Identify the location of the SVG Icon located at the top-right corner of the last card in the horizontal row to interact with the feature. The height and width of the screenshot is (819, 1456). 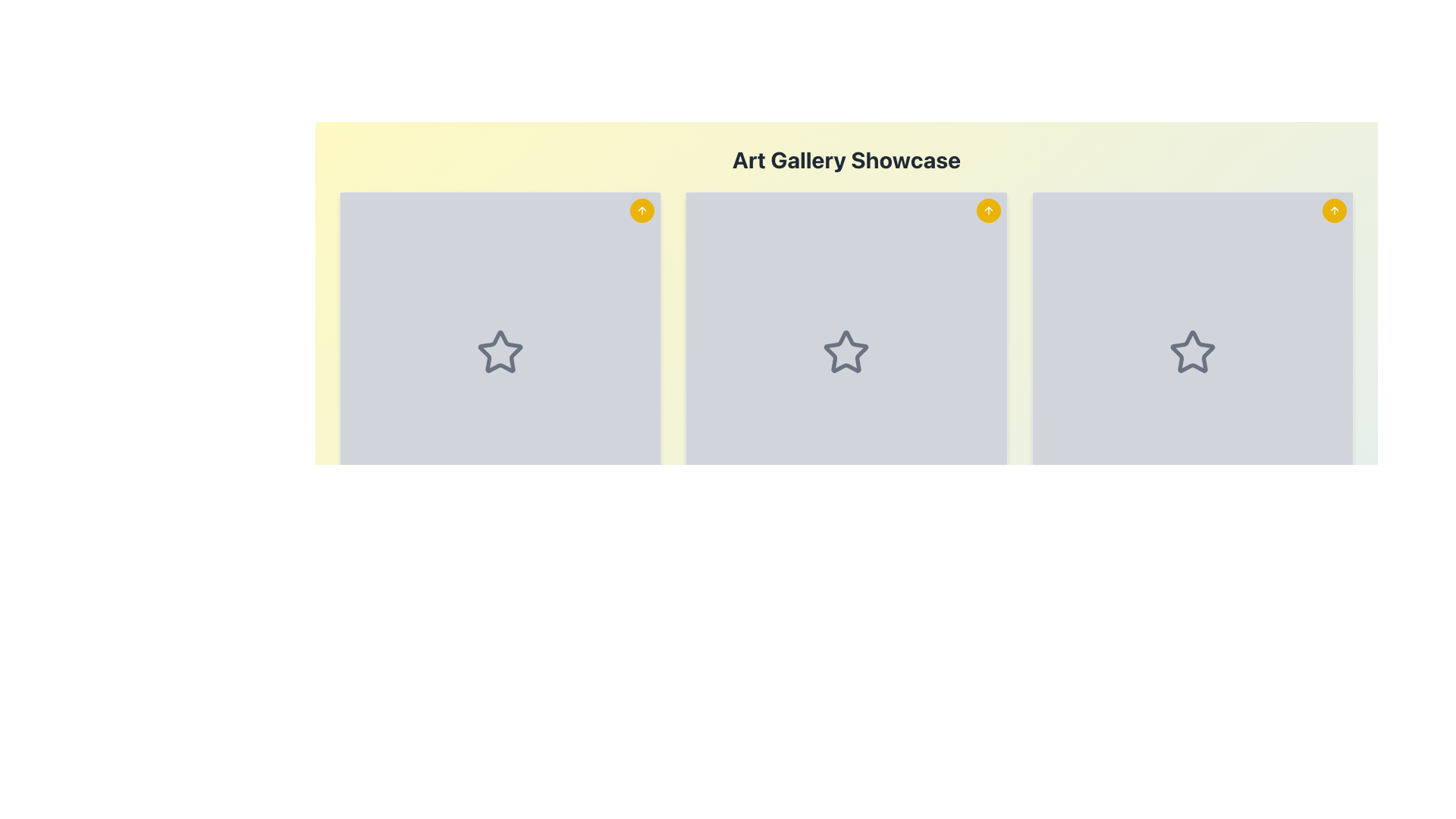
(1335, 210).